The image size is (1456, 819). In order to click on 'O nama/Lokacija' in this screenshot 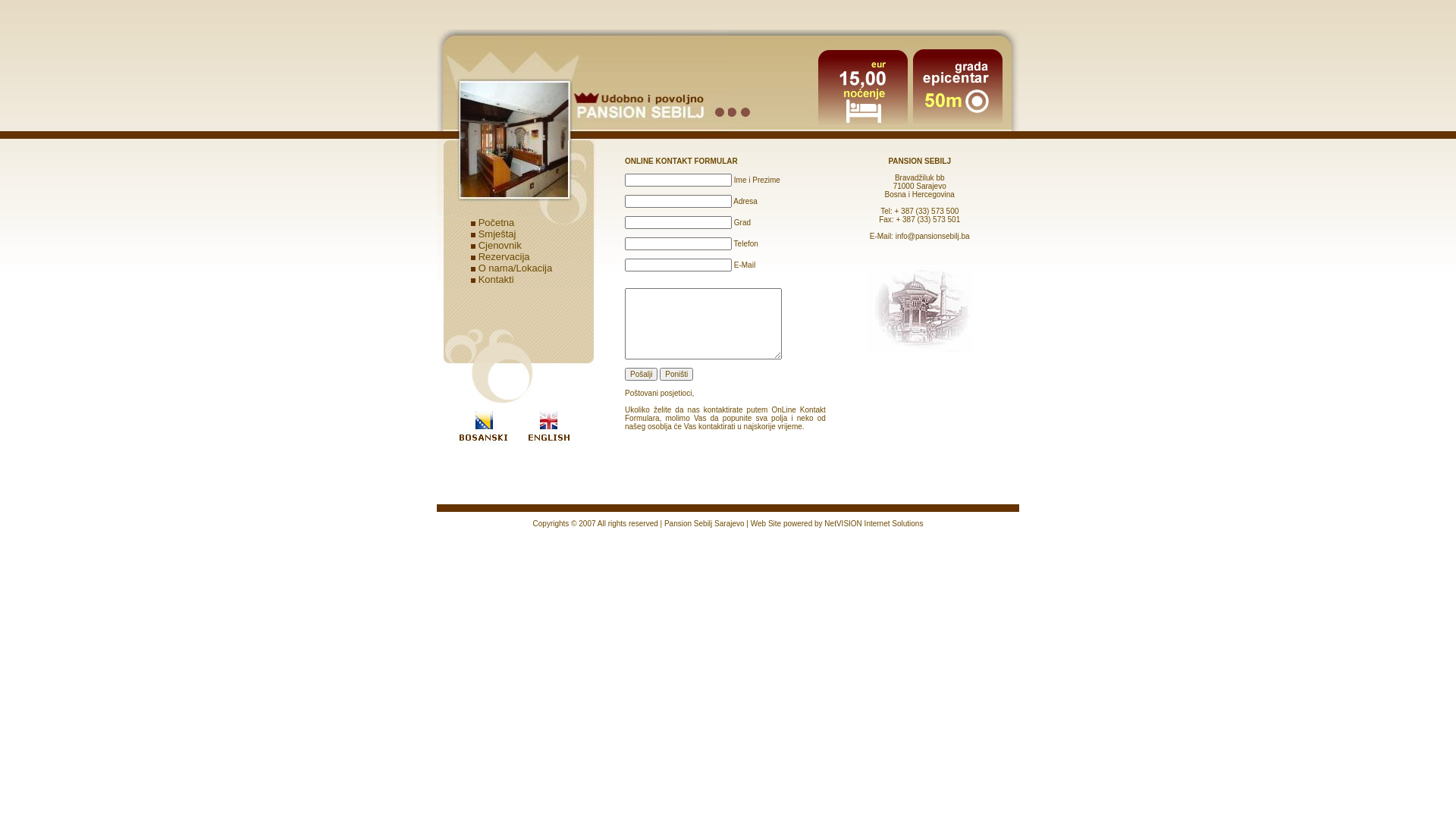, I will do `click(516, 267)`.